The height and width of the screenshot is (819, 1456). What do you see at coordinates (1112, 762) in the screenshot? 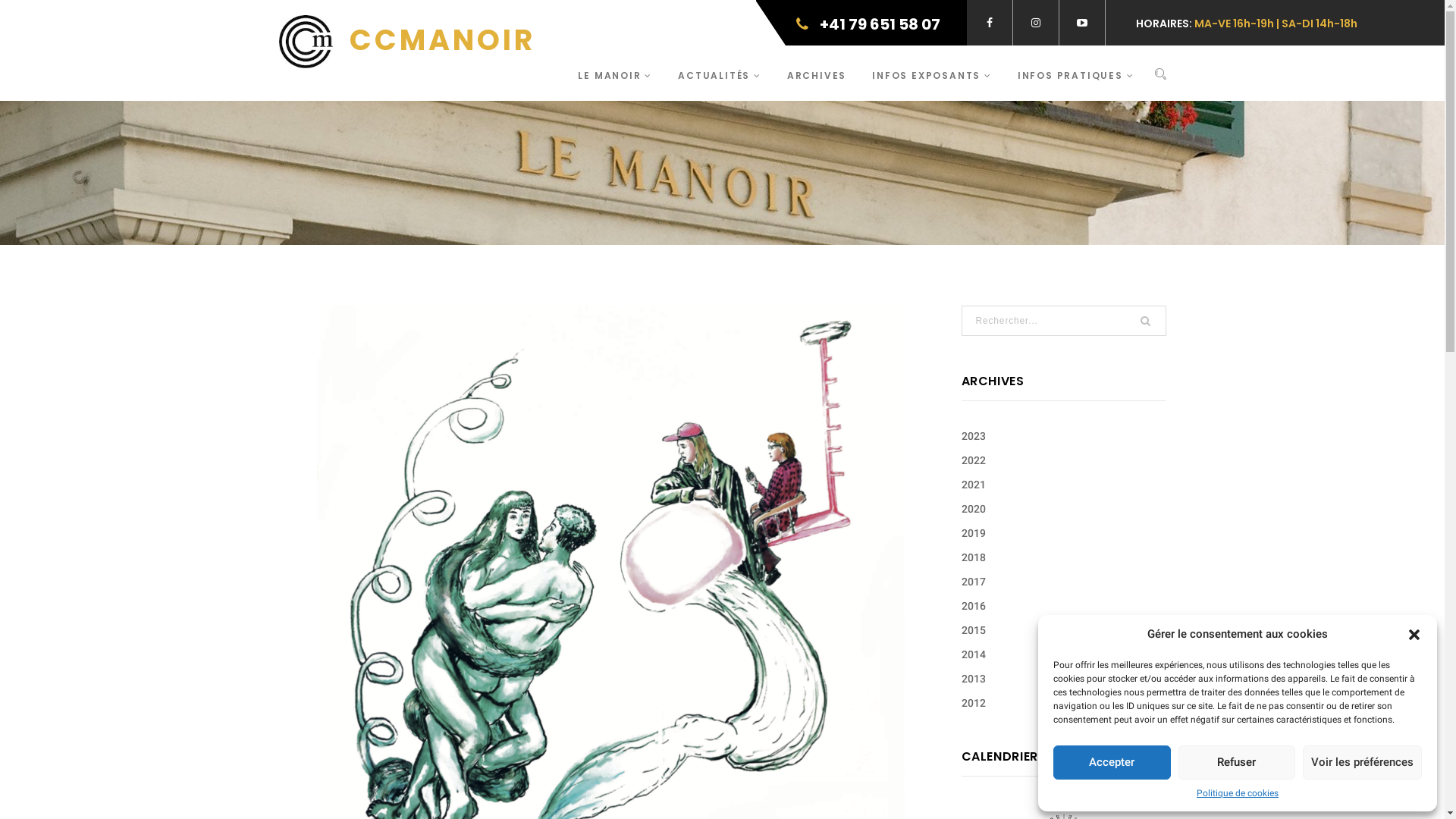
I see `'Accepter'` at bounding box center [1112, 762].